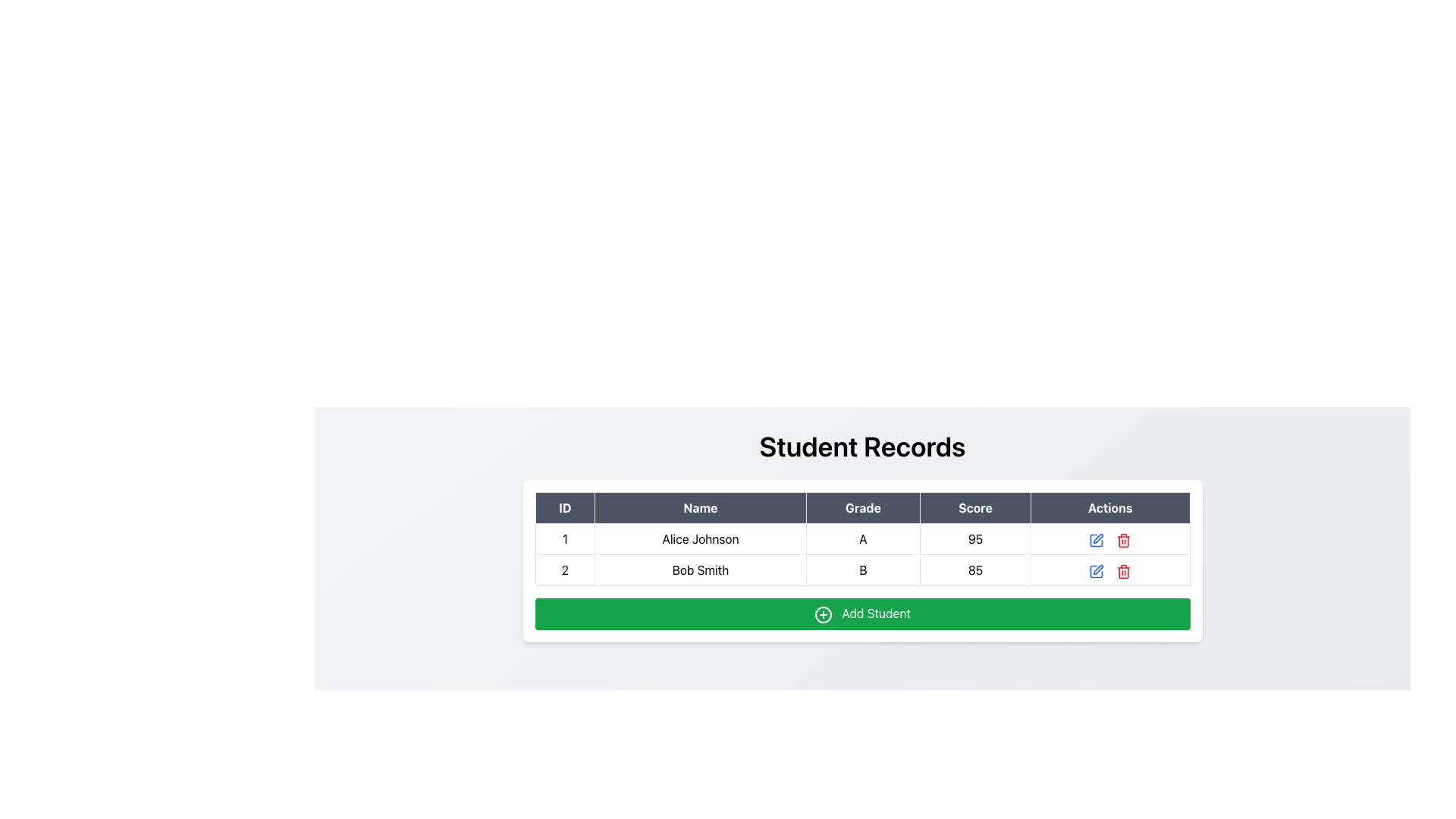 The width and height of the screenshot is (1456, 819). Describe the element at coordinates (1097, 539) in the screenshot. I see `the edit icon button for the first entry in the 'Student Records' table corresponding to Alice Johnson` at that location.